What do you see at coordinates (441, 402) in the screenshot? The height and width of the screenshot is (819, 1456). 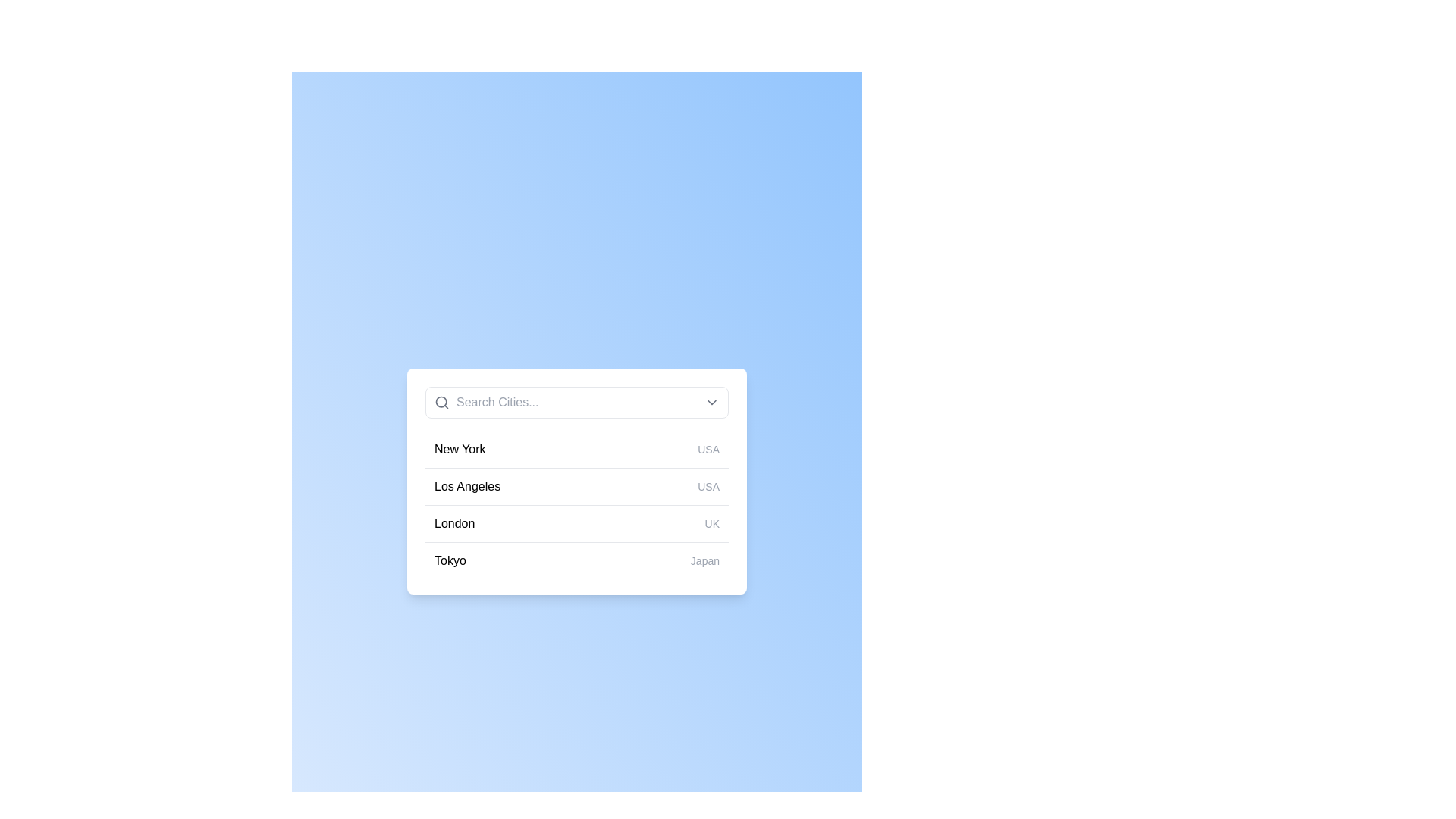 I see `the magnifying glass icon associated with search functionality, which is gray in color and located to the left of the 'Search Cities...' text input box` at bounding box center [441, 402].